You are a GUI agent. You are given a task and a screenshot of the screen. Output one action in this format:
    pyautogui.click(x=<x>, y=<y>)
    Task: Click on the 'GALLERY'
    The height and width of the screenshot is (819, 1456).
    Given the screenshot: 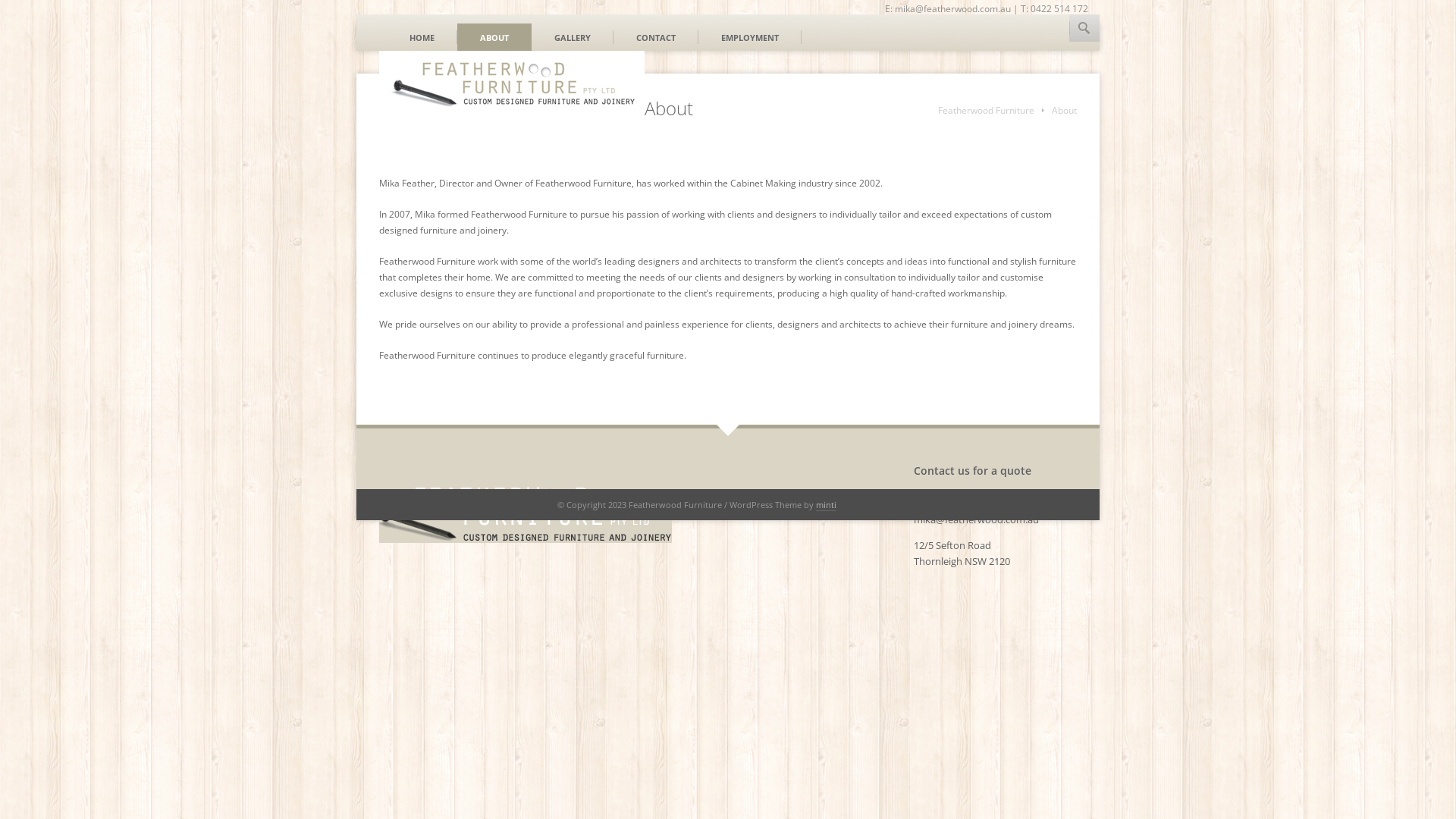 What is the action you would take?
    pyautogui.click(x=571, y=36)
    